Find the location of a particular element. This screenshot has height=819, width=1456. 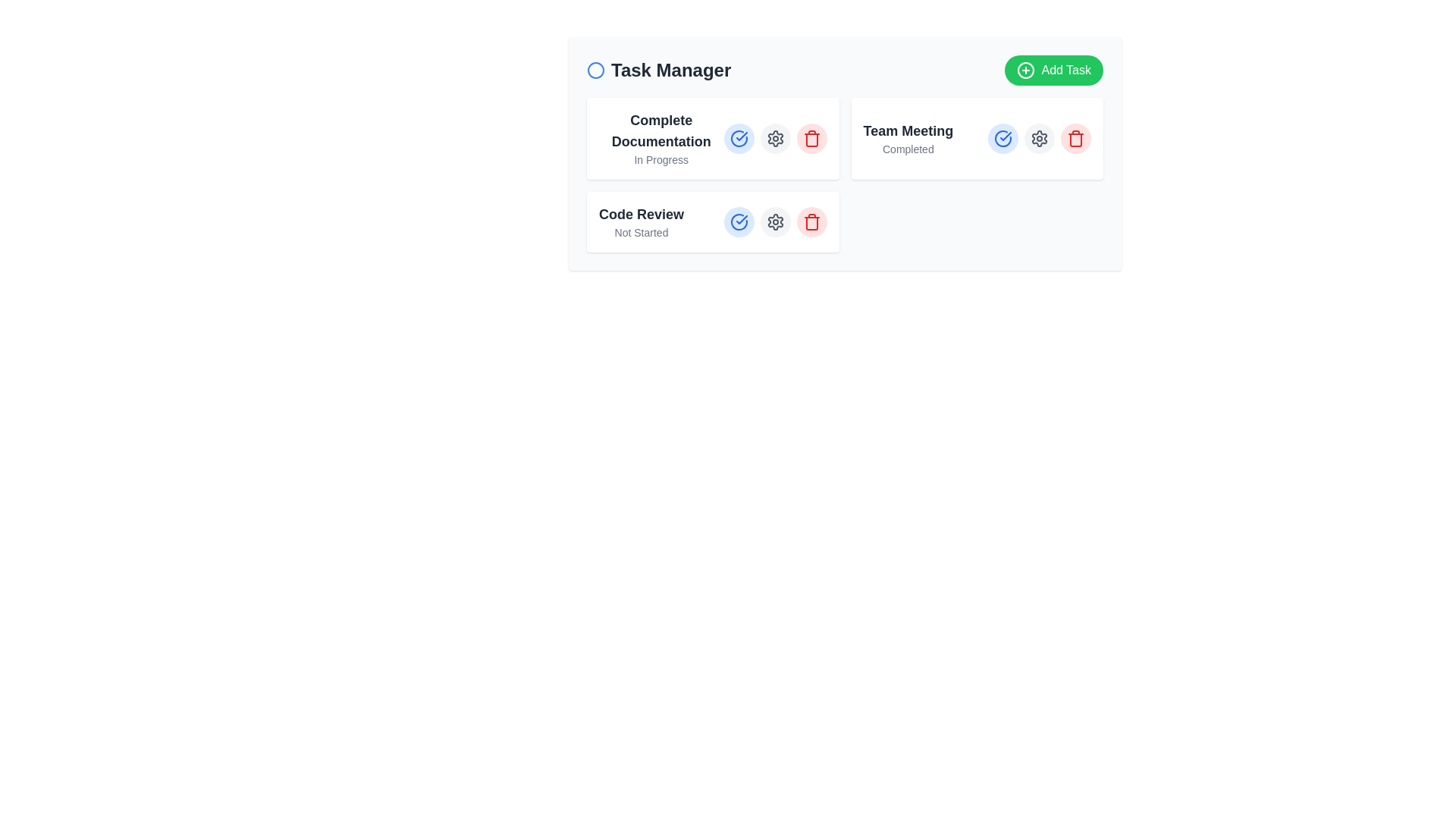

the settings icon (cog symbol) located at the center of the 'Complete Documentation' task entry is located at coordinates (775, 222).